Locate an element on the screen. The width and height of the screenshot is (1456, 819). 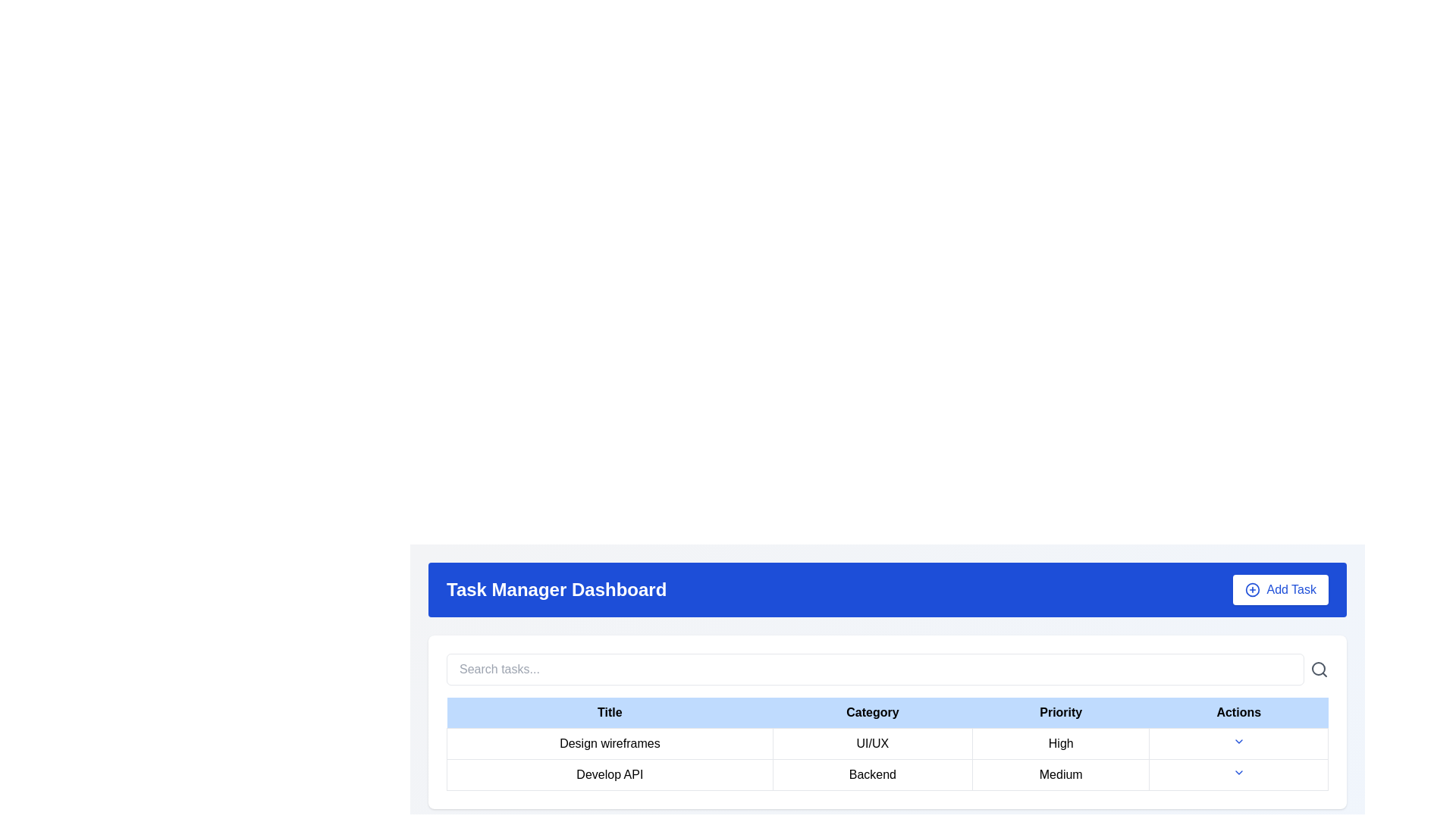
the Dropdown toggle button's chevron in the 'Actions' column of the second row to change its color is located at coordinates (1238, 741).